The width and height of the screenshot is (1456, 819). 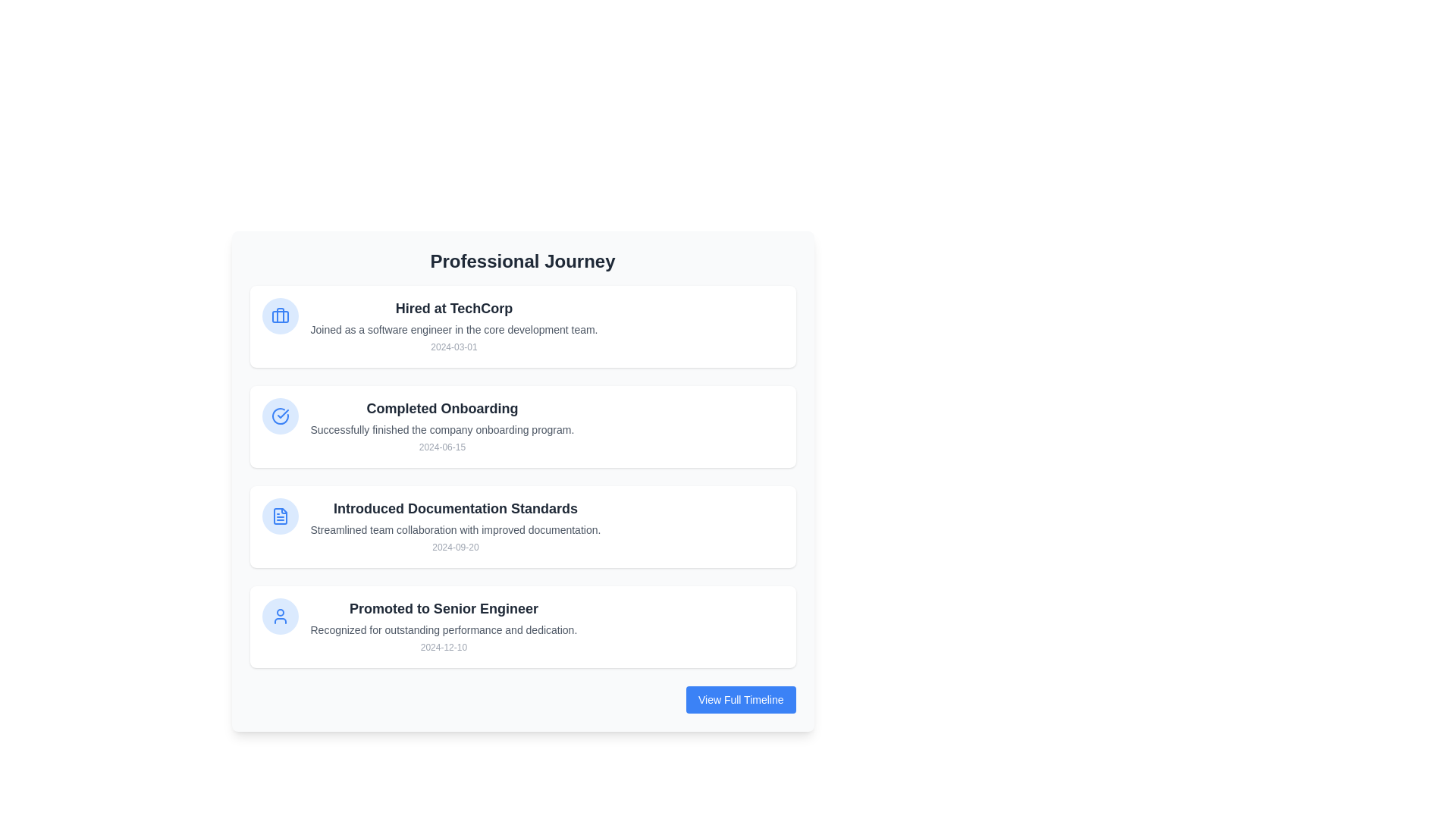 I want to click on the icon representing tasks related to documentation, which is the third icon in a sequence on the left side of the timeline entry titled 'Introduced Documentation Standards.', so click(x=280, y=516).